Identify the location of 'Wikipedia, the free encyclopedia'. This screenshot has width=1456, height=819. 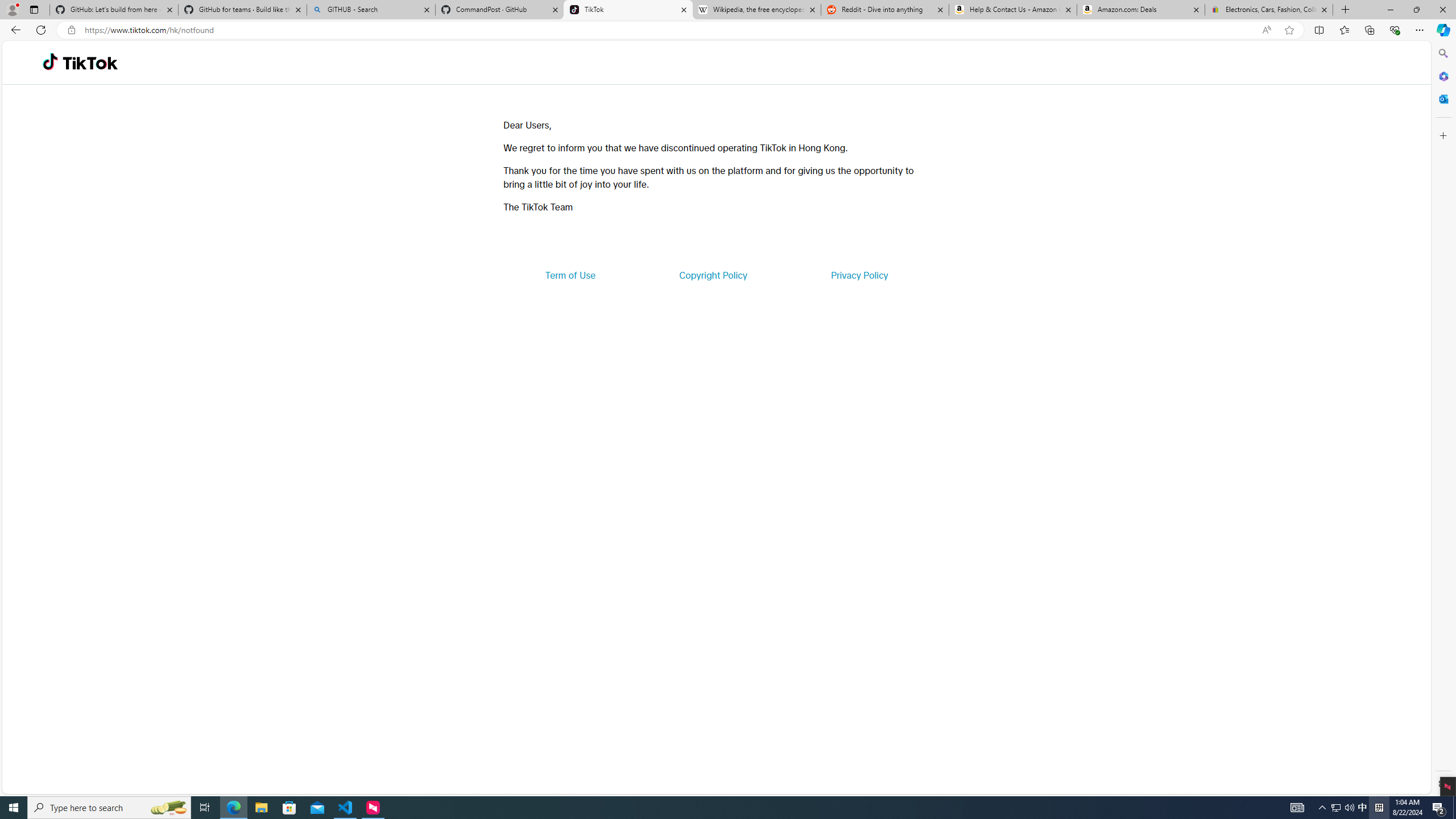
(755, 9).